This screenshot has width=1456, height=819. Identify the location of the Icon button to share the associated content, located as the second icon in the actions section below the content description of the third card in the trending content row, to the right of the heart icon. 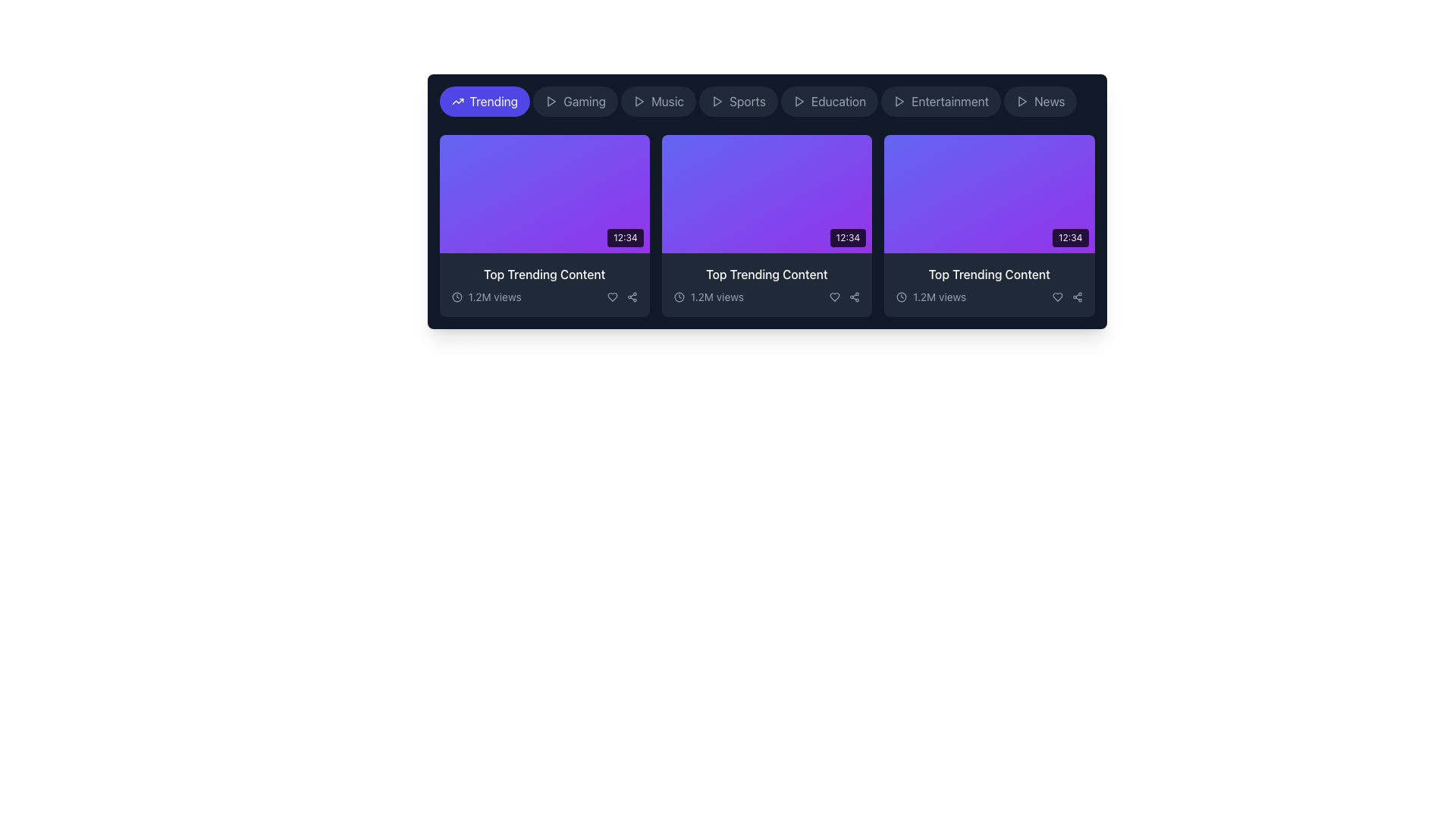
(632, 297).